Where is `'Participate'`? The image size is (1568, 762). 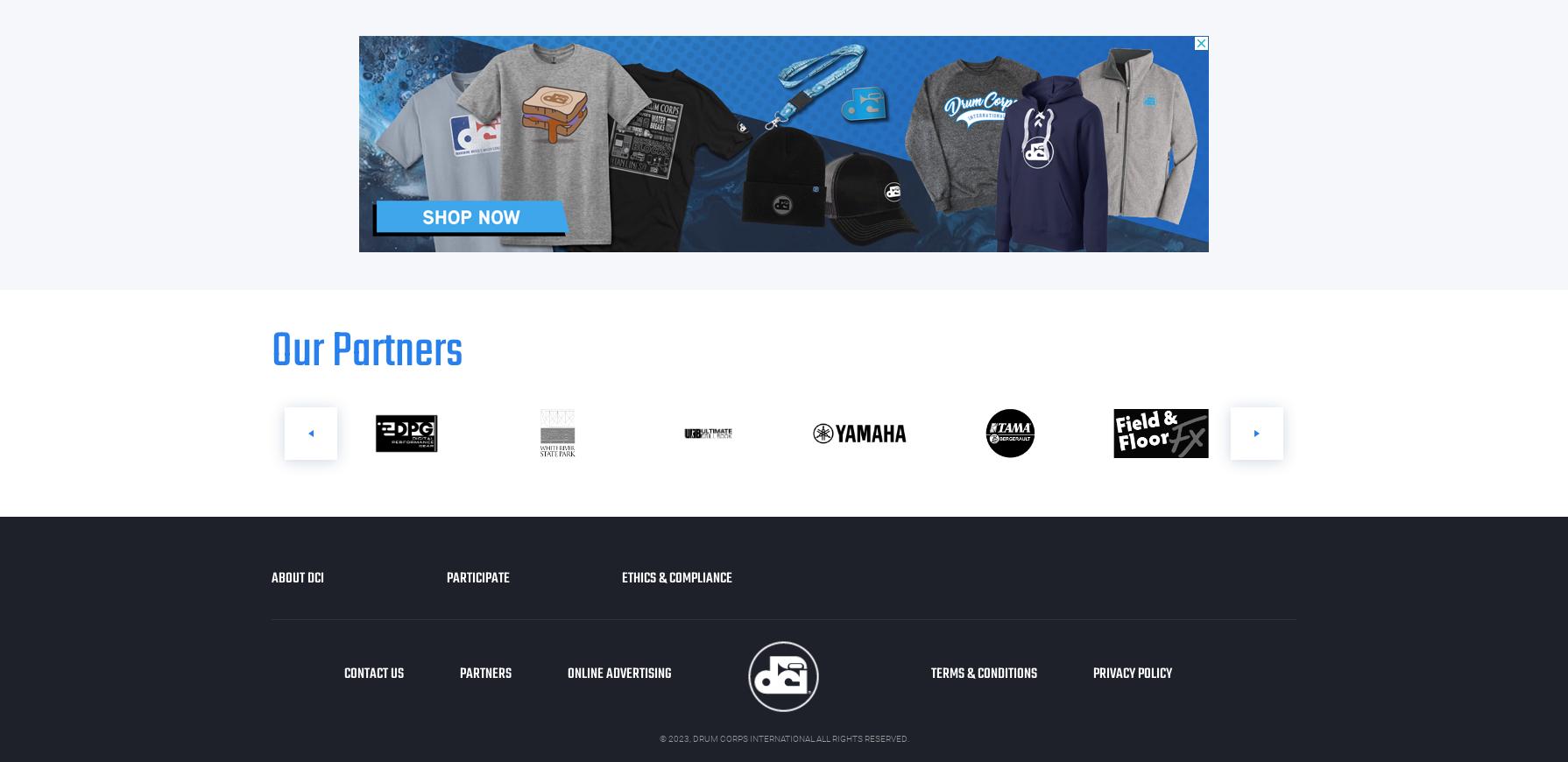
'Participate' is located at coordinates (477, 579).